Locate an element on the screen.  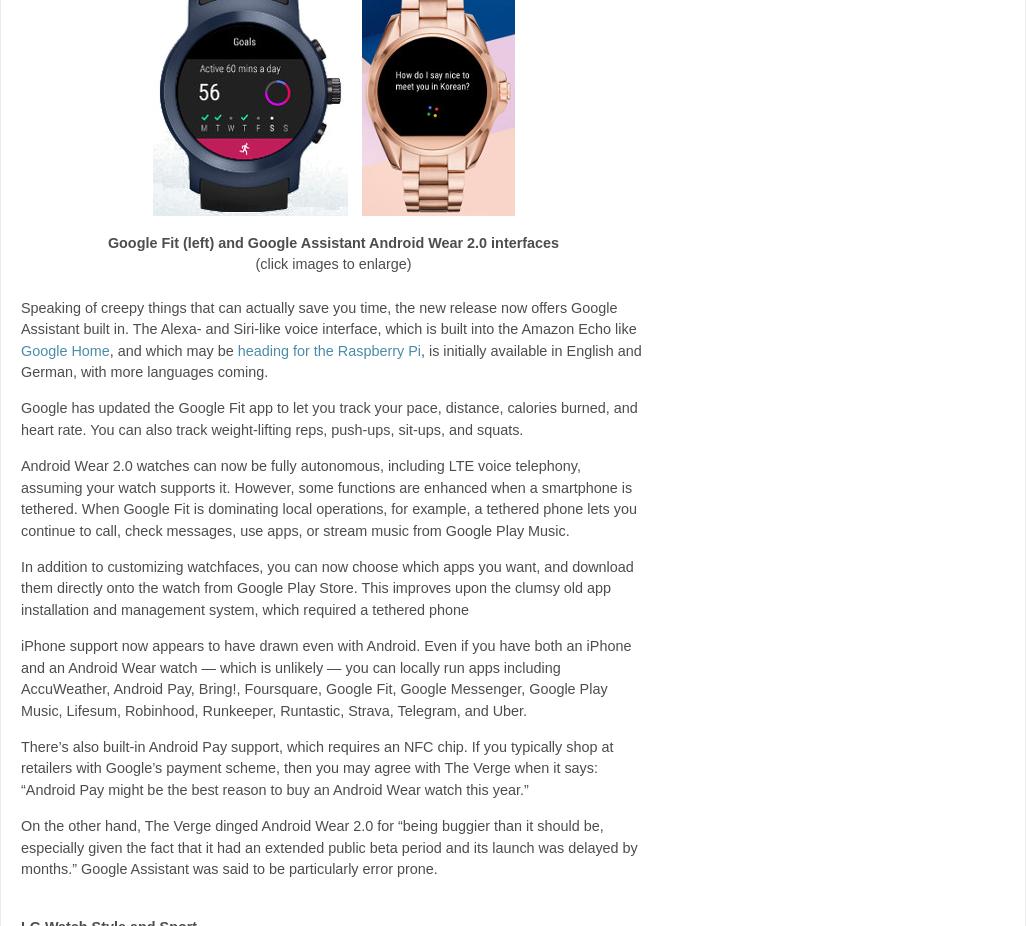
'heading for the Raspberry Pi' is located at coordinates (328, 350).